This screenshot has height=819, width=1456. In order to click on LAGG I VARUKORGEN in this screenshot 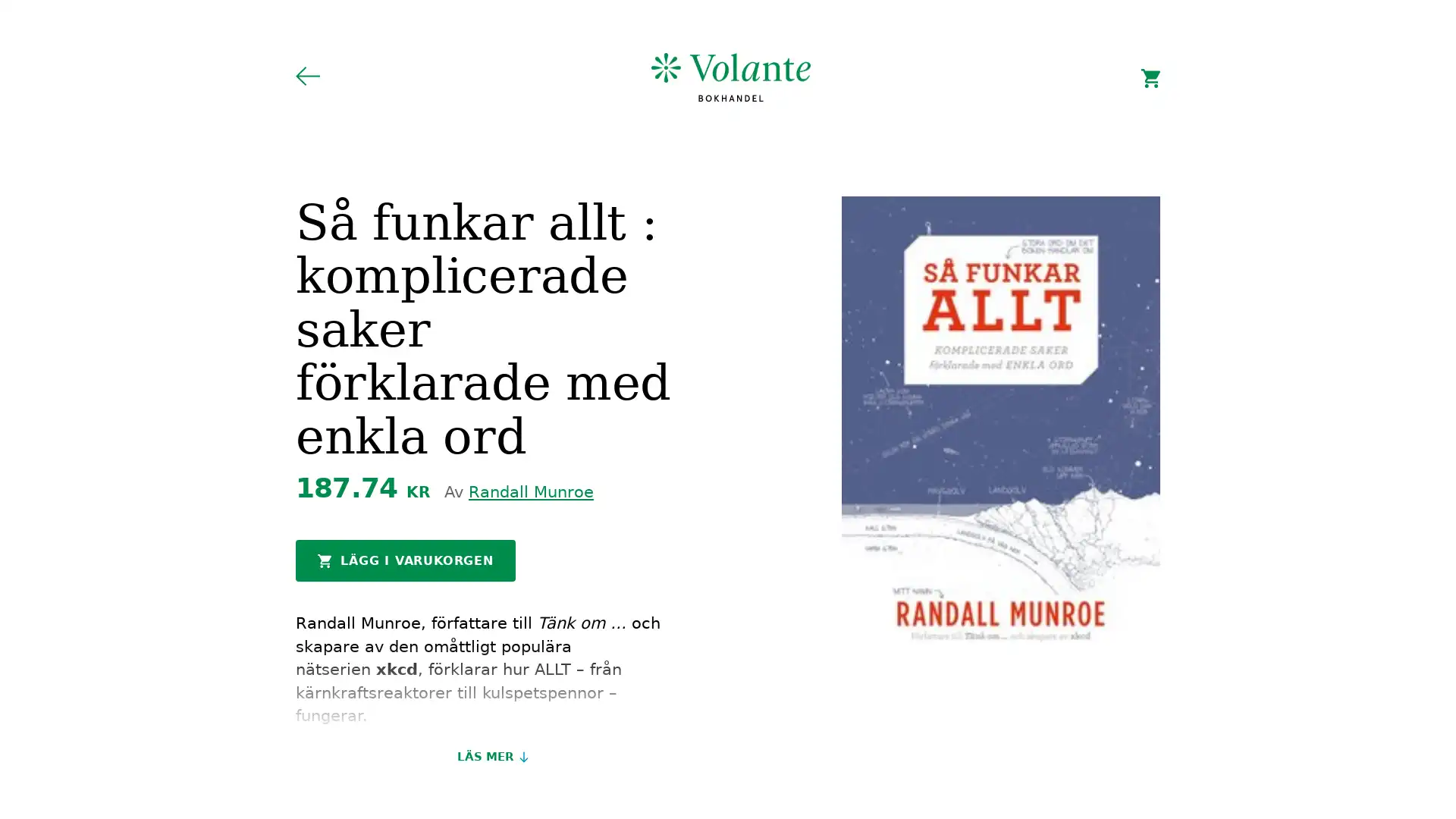, I will do `click(405, 560)`.